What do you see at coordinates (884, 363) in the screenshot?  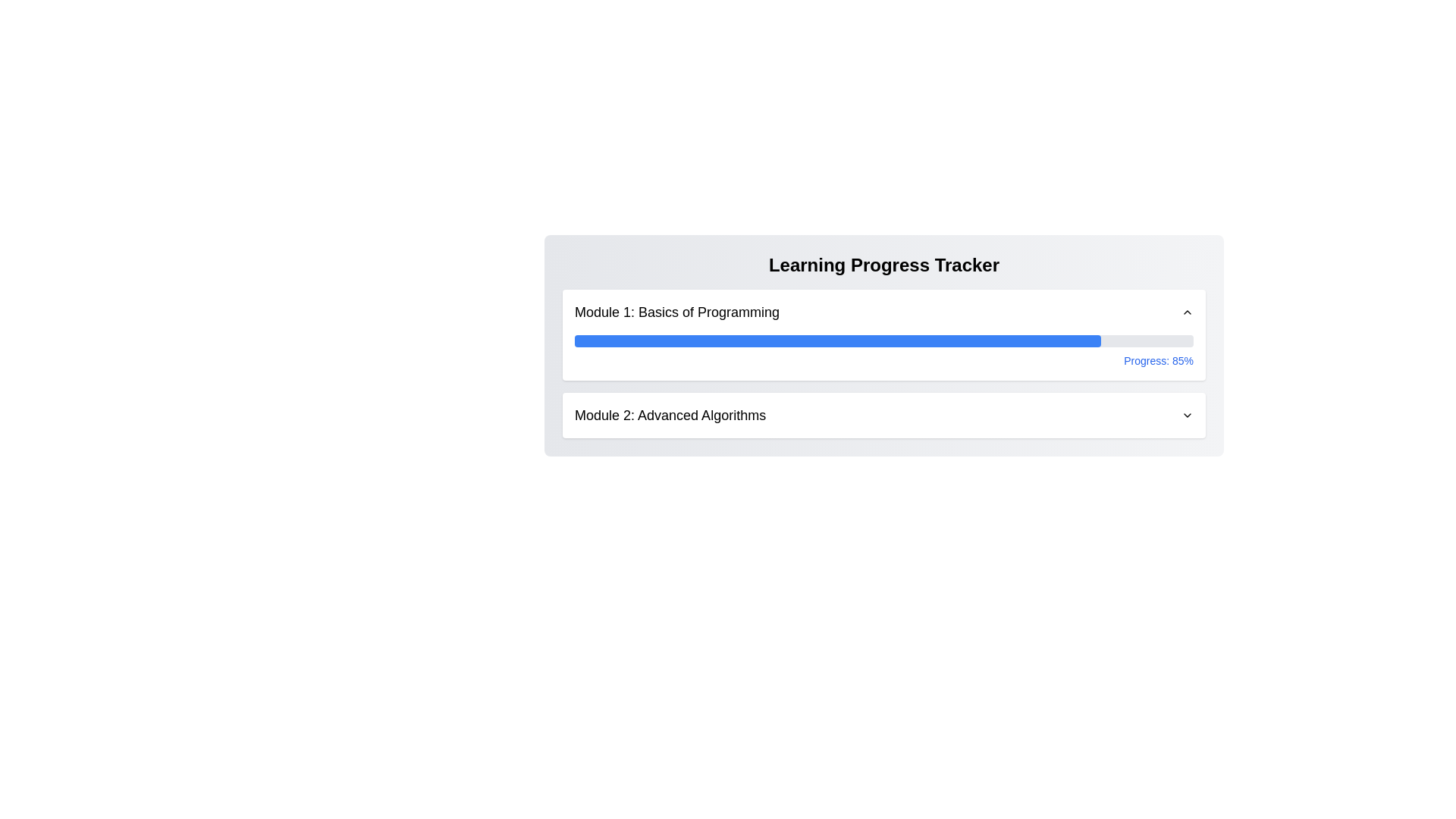 I see `the Progress indicator located in the 'Learning Progress Tracker' section, which visually represents the completion progress of 'Module 1: Basics of Programming'` at bounding box center [884, 363].